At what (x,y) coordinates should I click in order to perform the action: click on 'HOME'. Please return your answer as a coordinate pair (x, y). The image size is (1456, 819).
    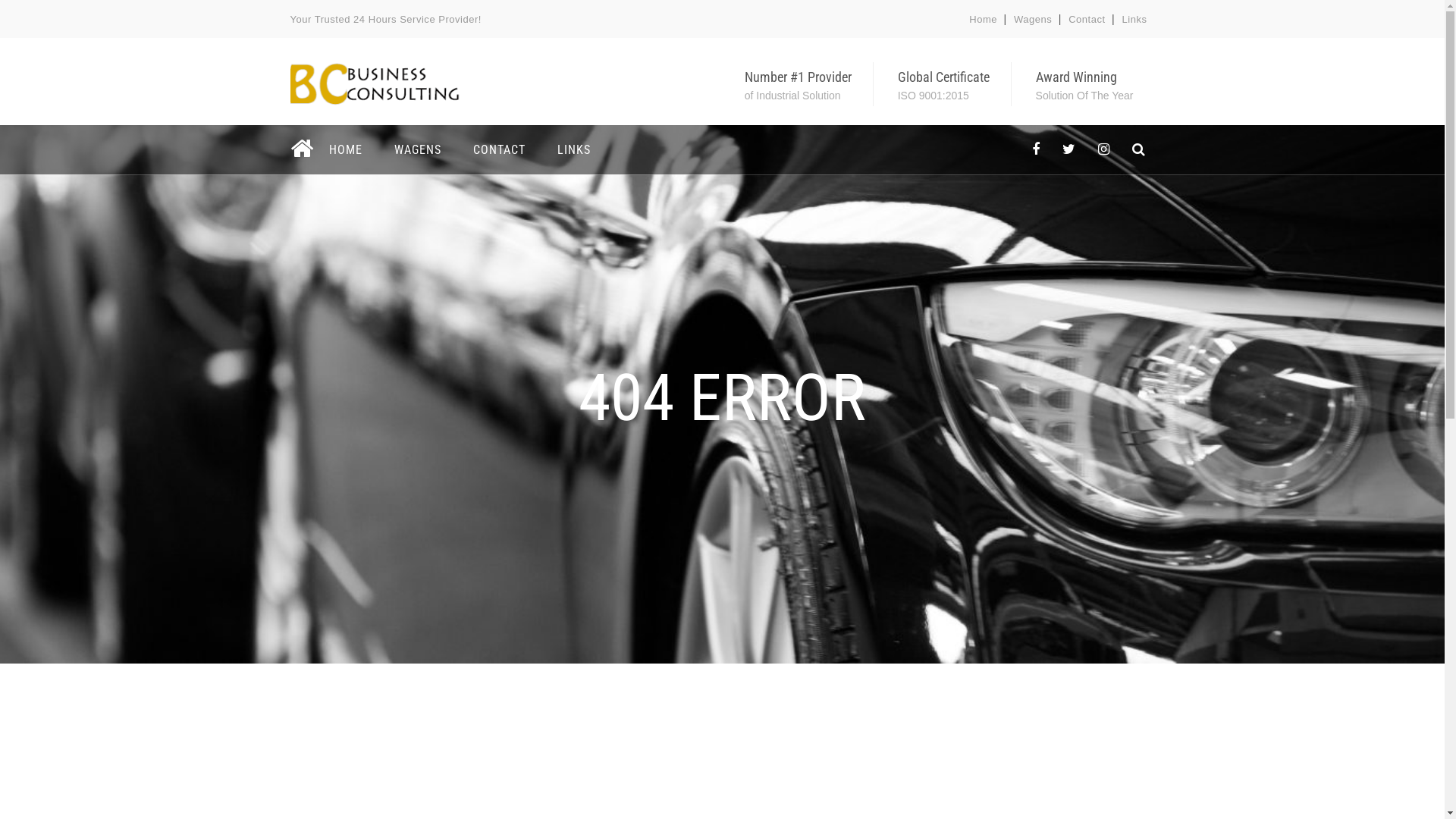
    Looking at the image, I should click on (318, 149).